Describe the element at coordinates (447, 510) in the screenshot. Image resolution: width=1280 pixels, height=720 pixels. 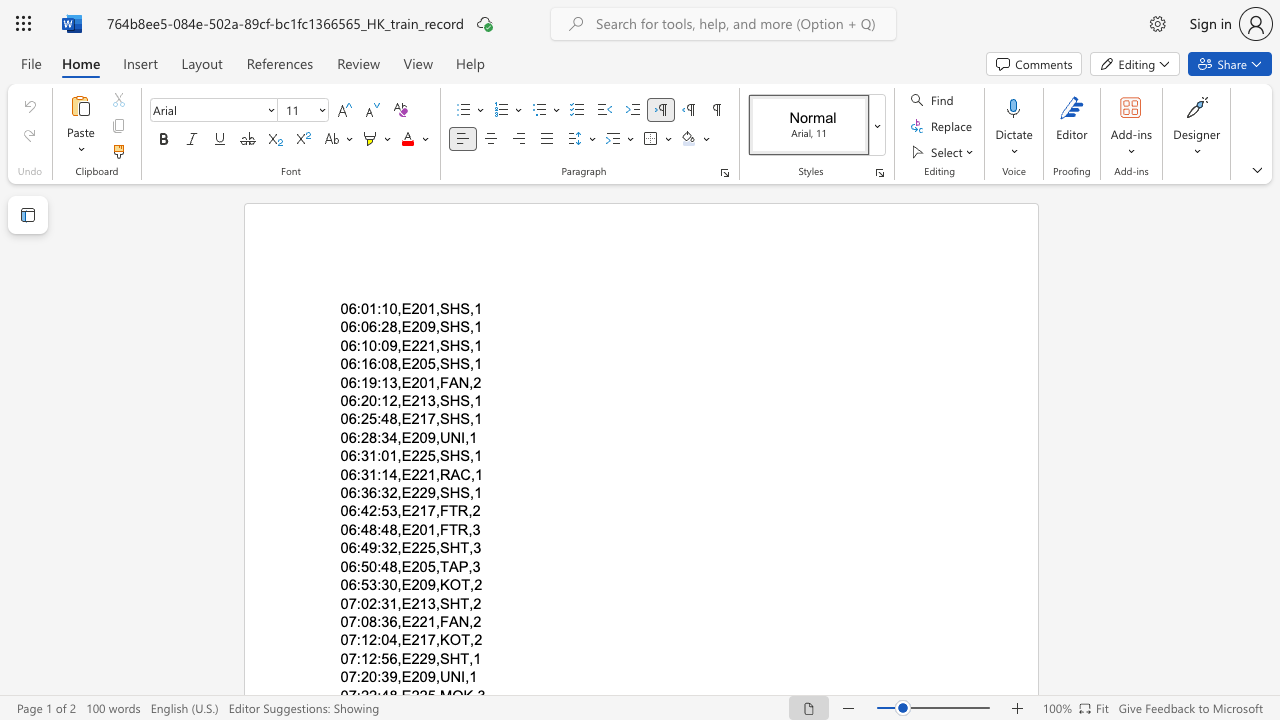
I see `the space between the continuous character "F" and "T" in the text` at that location.